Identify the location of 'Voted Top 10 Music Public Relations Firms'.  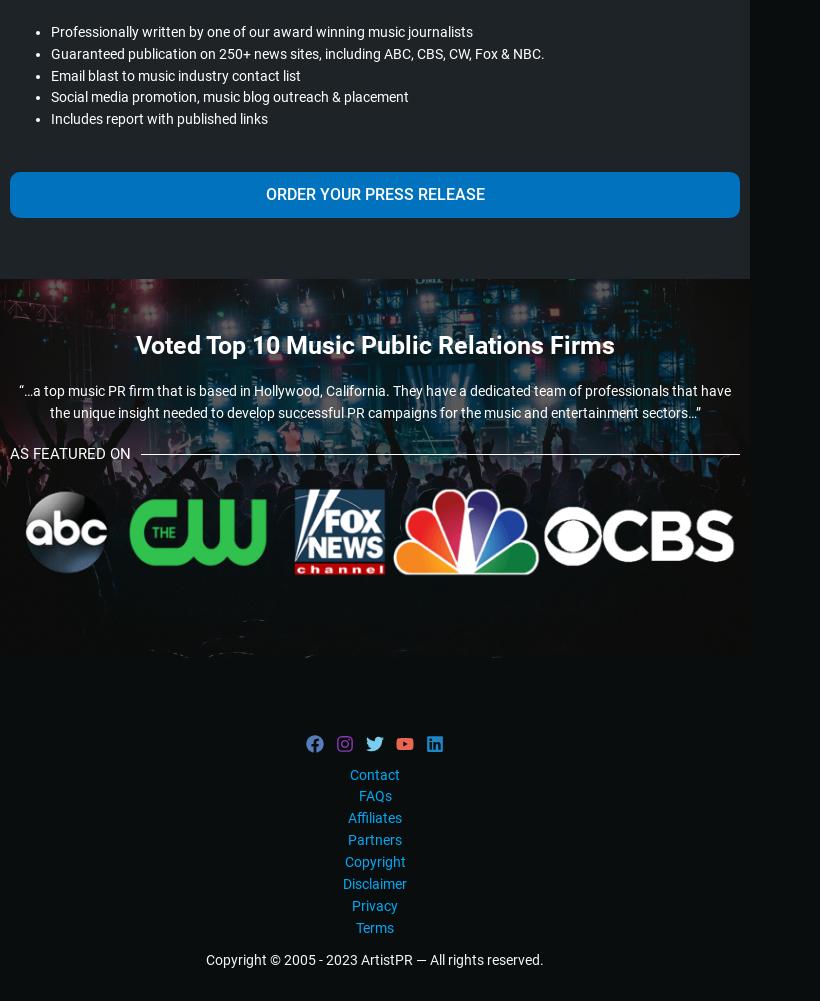
(374, 345).